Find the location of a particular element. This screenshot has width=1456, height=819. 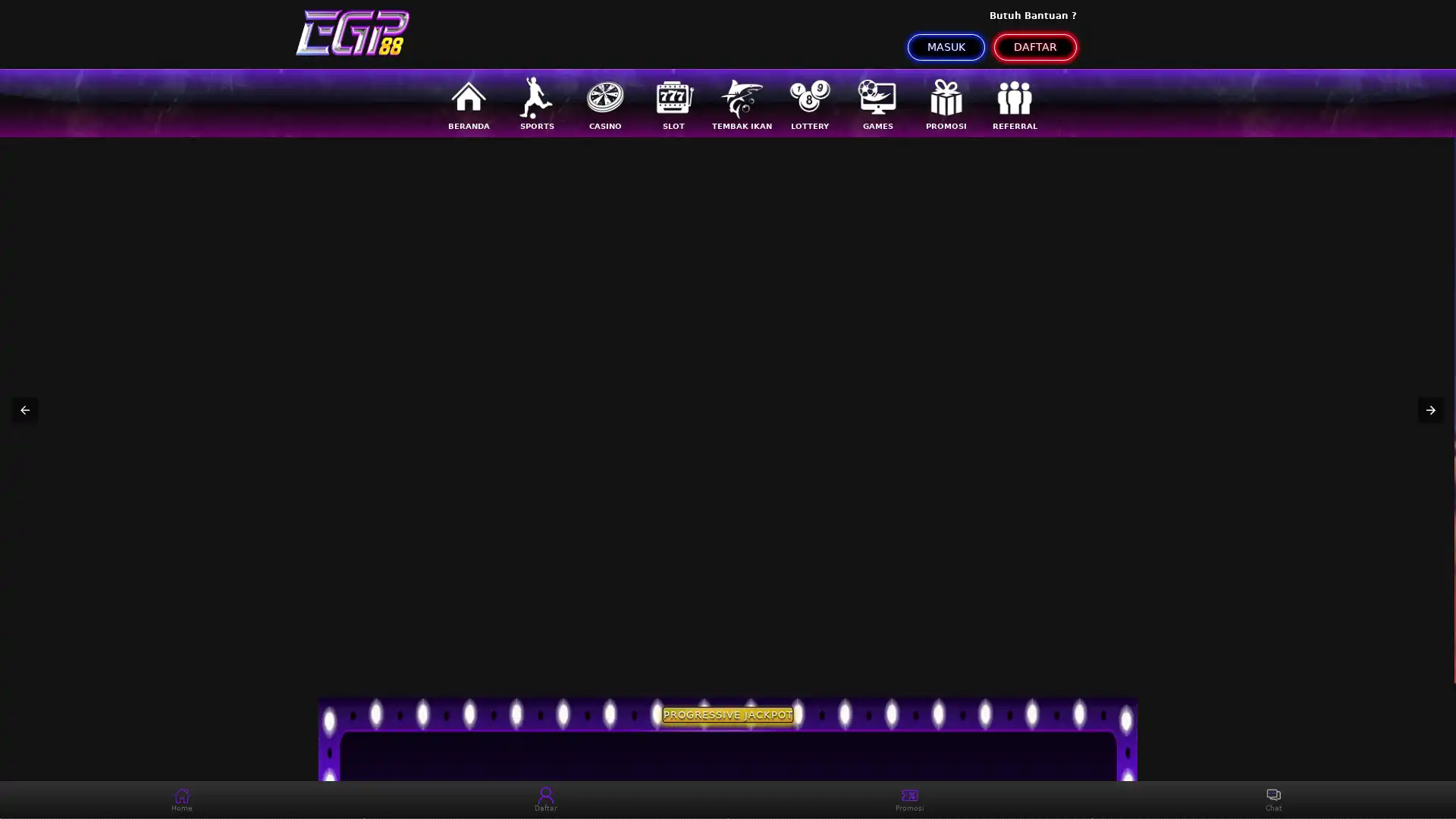

Previous item in carousel (4 of 4) is located at coordinates (25, 409).